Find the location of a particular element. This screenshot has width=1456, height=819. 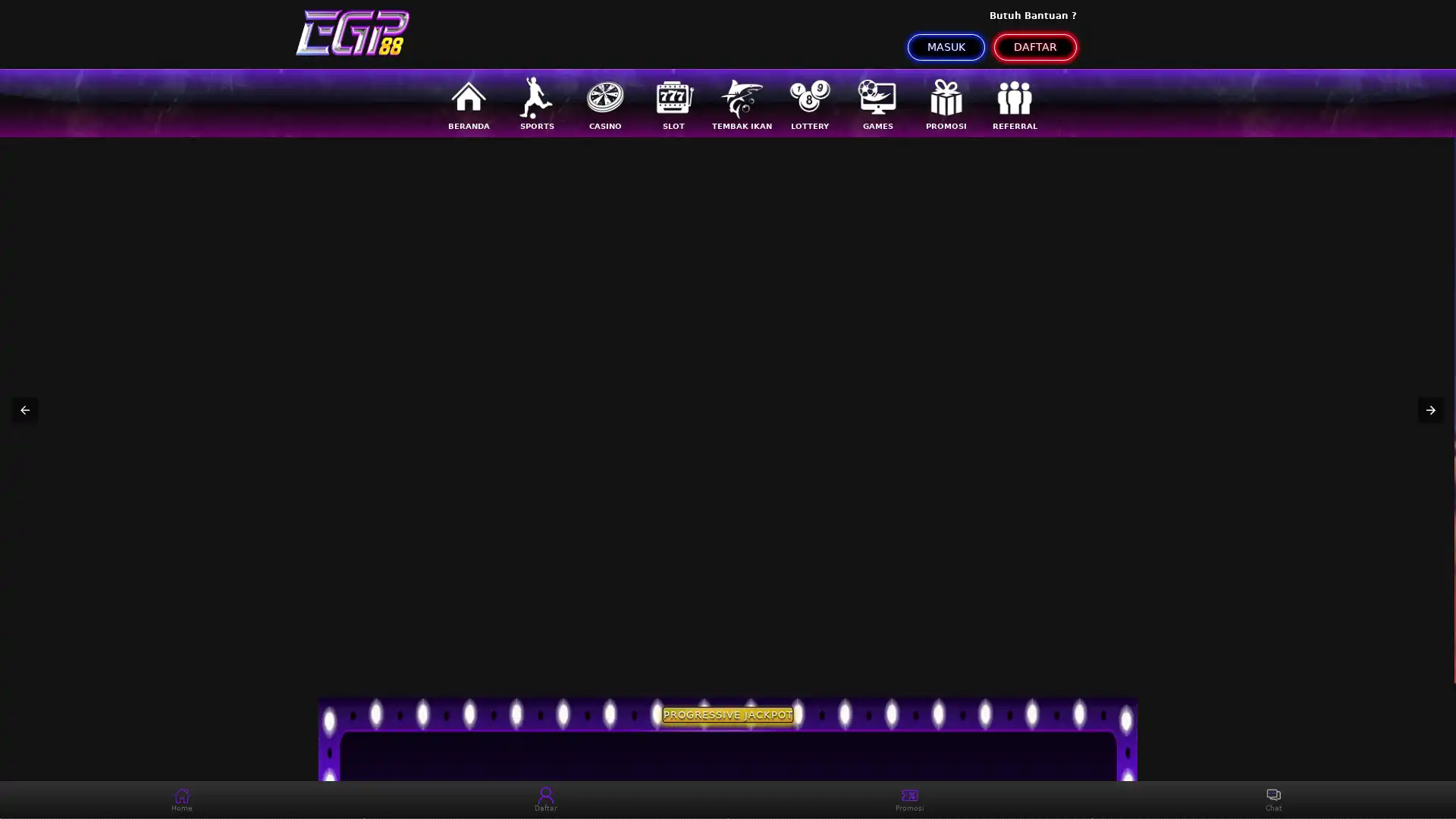

Previous item in carousel (4 of 4) is located at coordinates (25, 409).